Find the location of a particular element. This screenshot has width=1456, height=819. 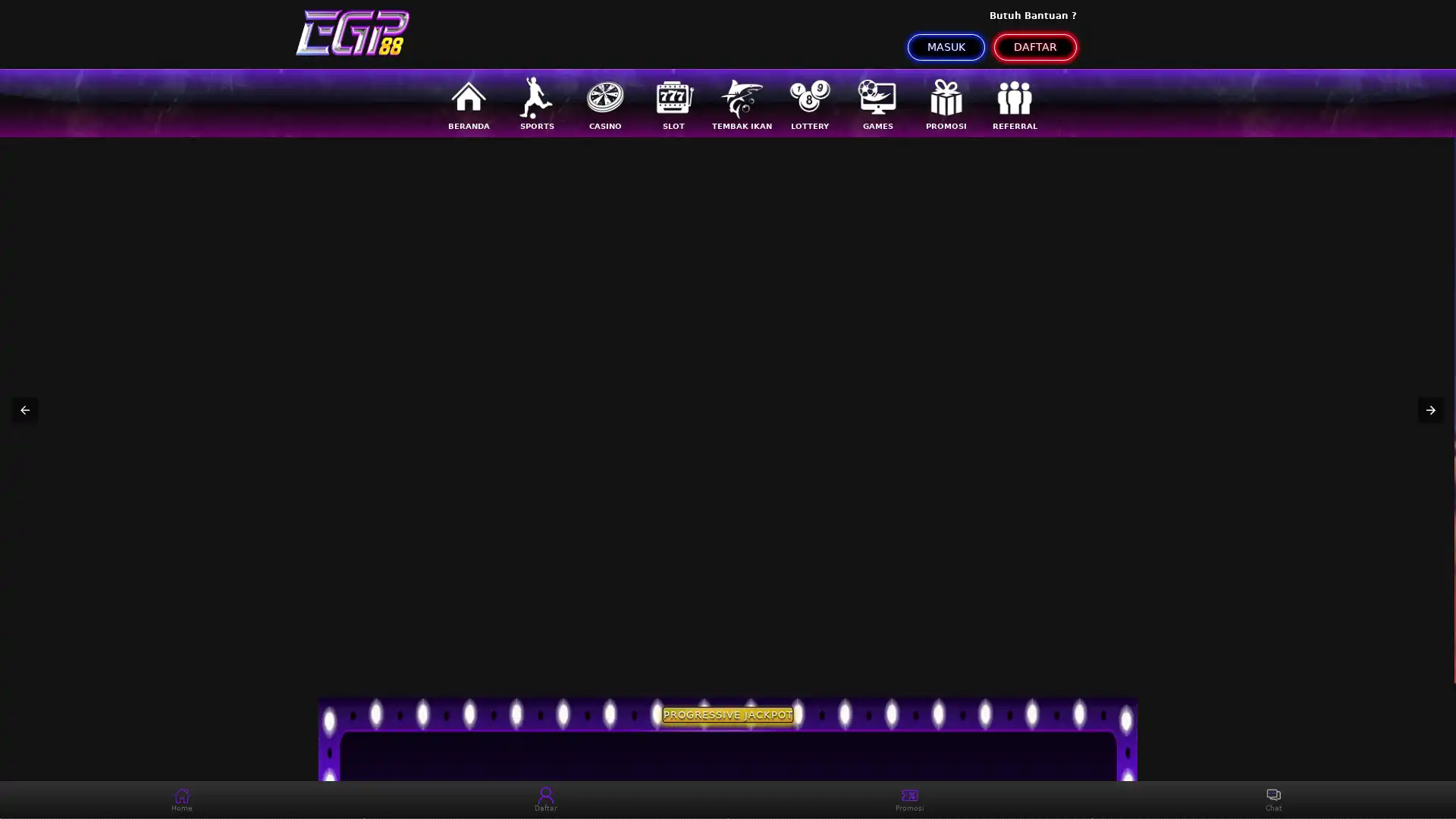

Previous item in carousel (4 of 4) is located at coordinates (25, 409).